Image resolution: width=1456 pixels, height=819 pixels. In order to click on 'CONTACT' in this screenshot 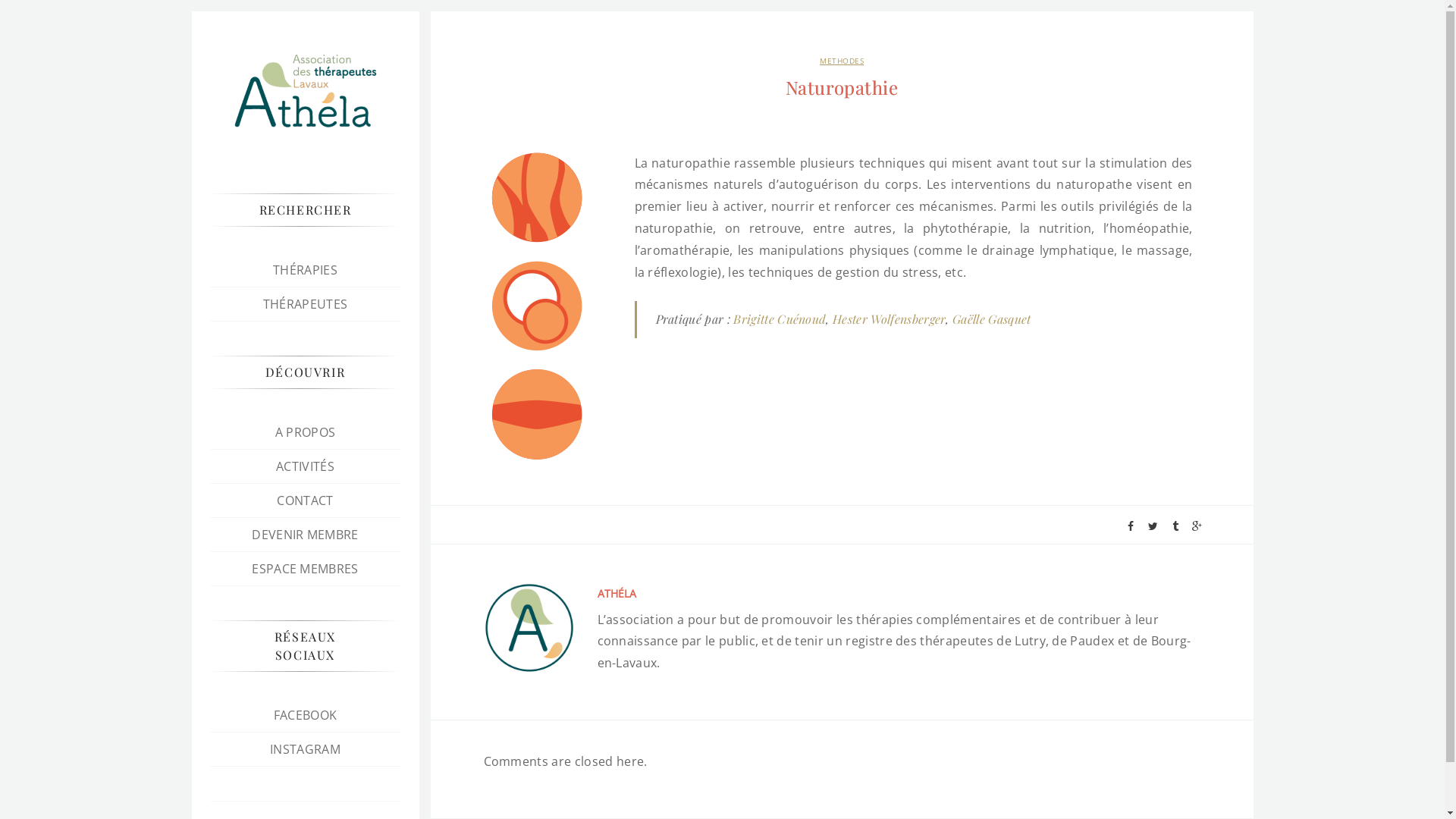, I will do `click(304, 500)`.